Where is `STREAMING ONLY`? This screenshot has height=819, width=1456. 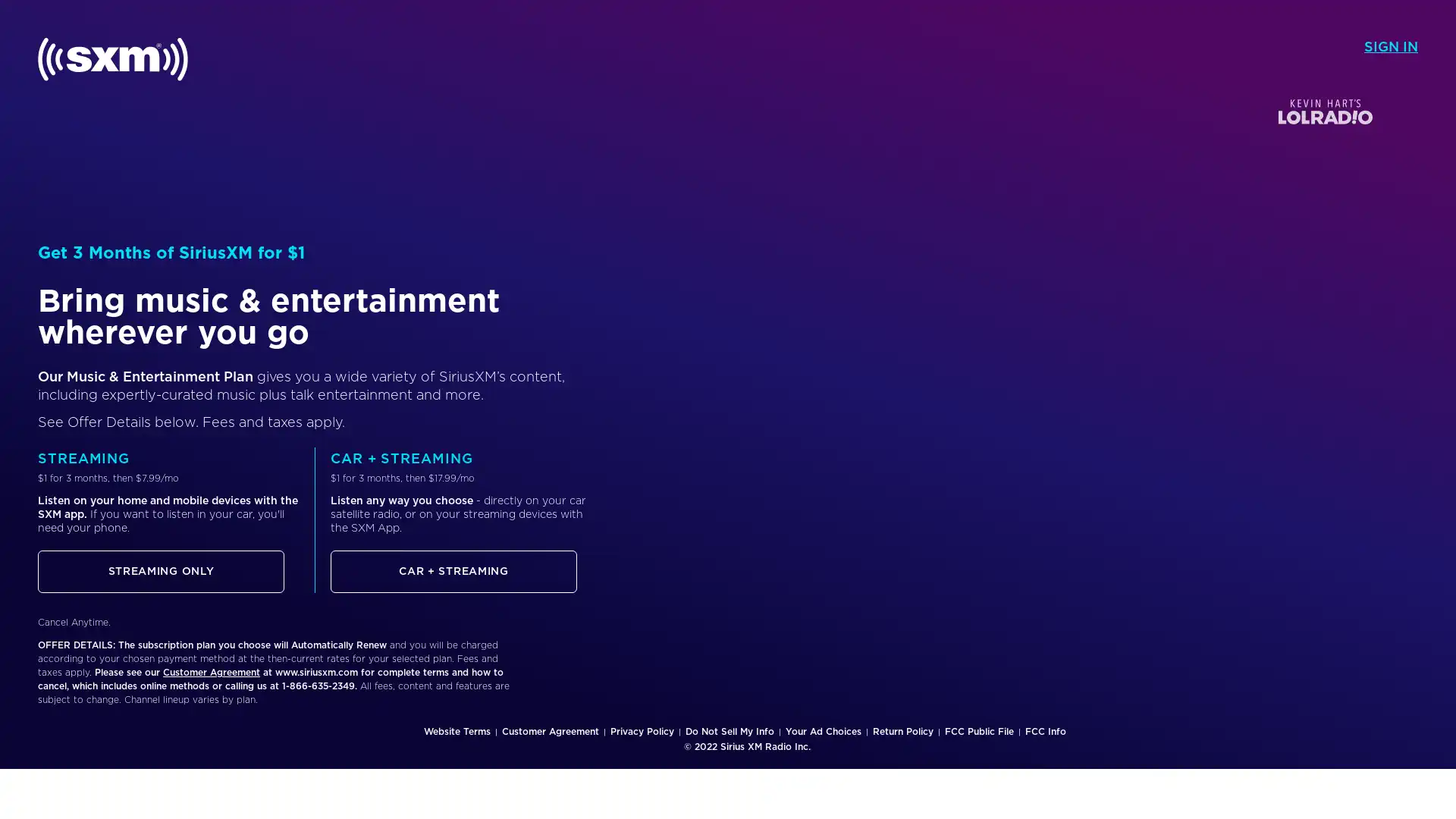
STREAMING ONLY is located at coordinates (161, 571).